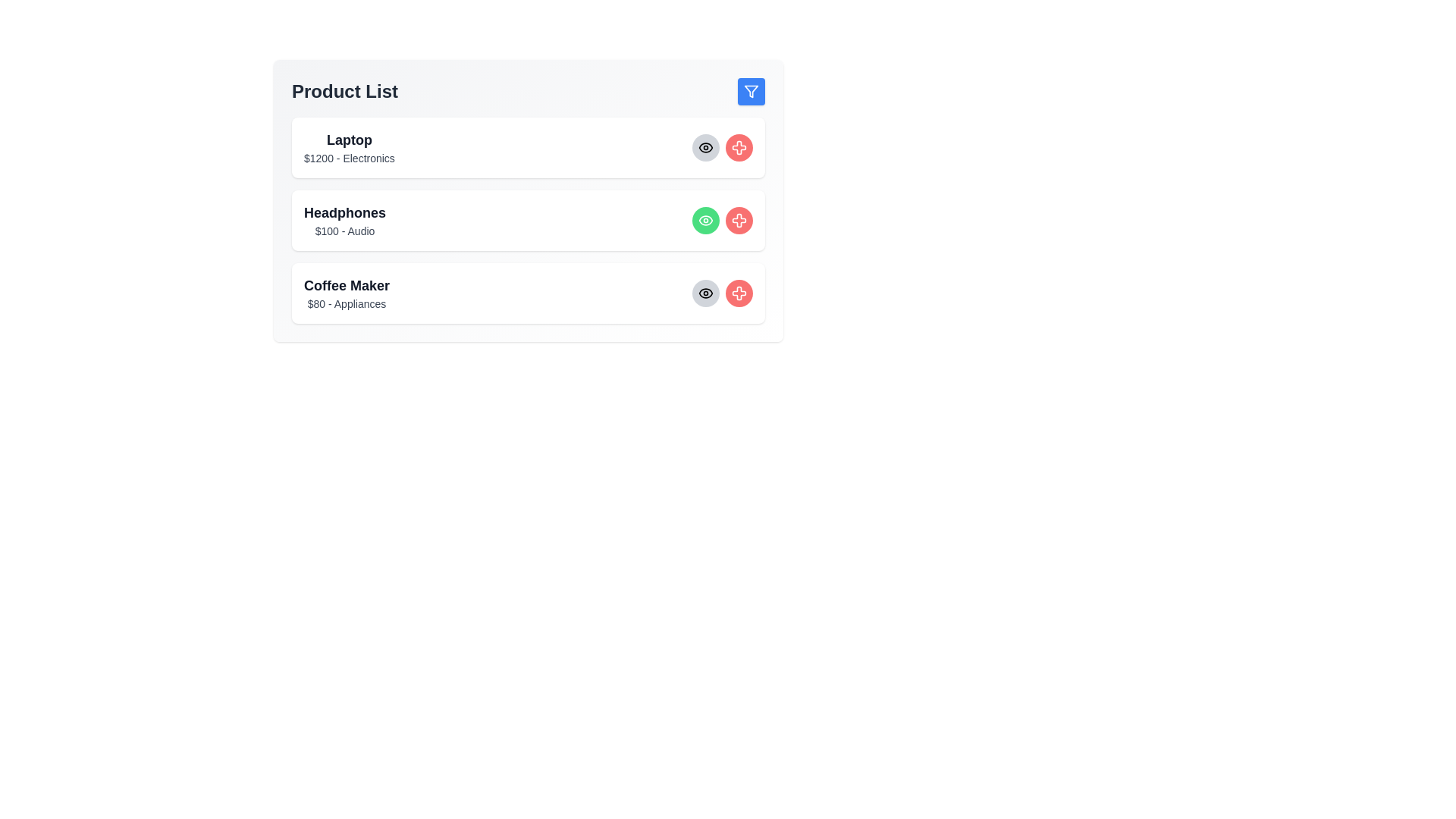 Image resolution: width=1456 pixels, height=819 pixels. Describe the element at coordinates (739, 293) in the screenshot. I see `remove button for the product Coffee Maker` at that location.